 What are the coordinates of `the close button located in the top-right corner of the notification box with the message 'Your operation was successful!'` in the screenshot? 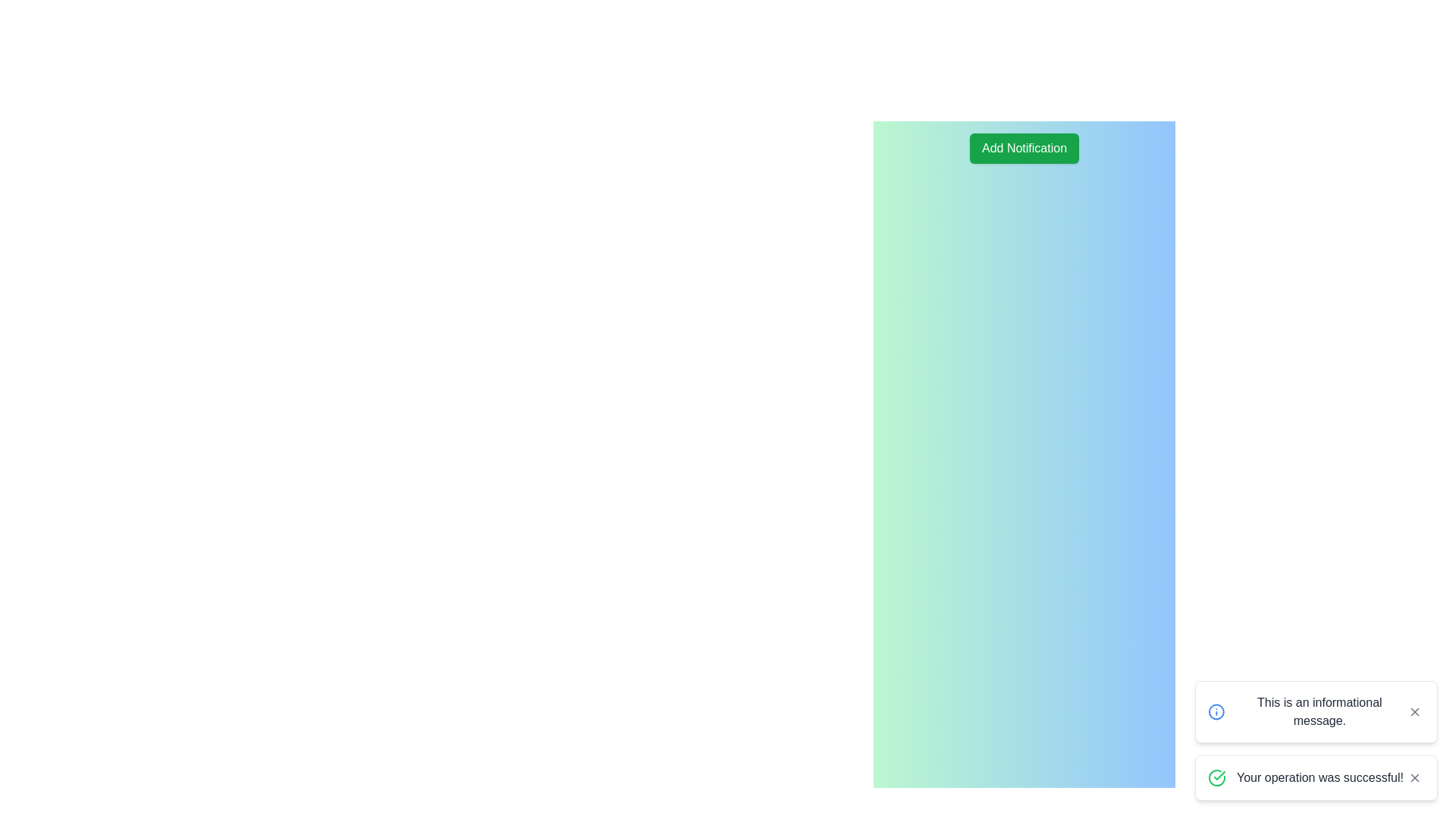 It's located at (1414, 778).